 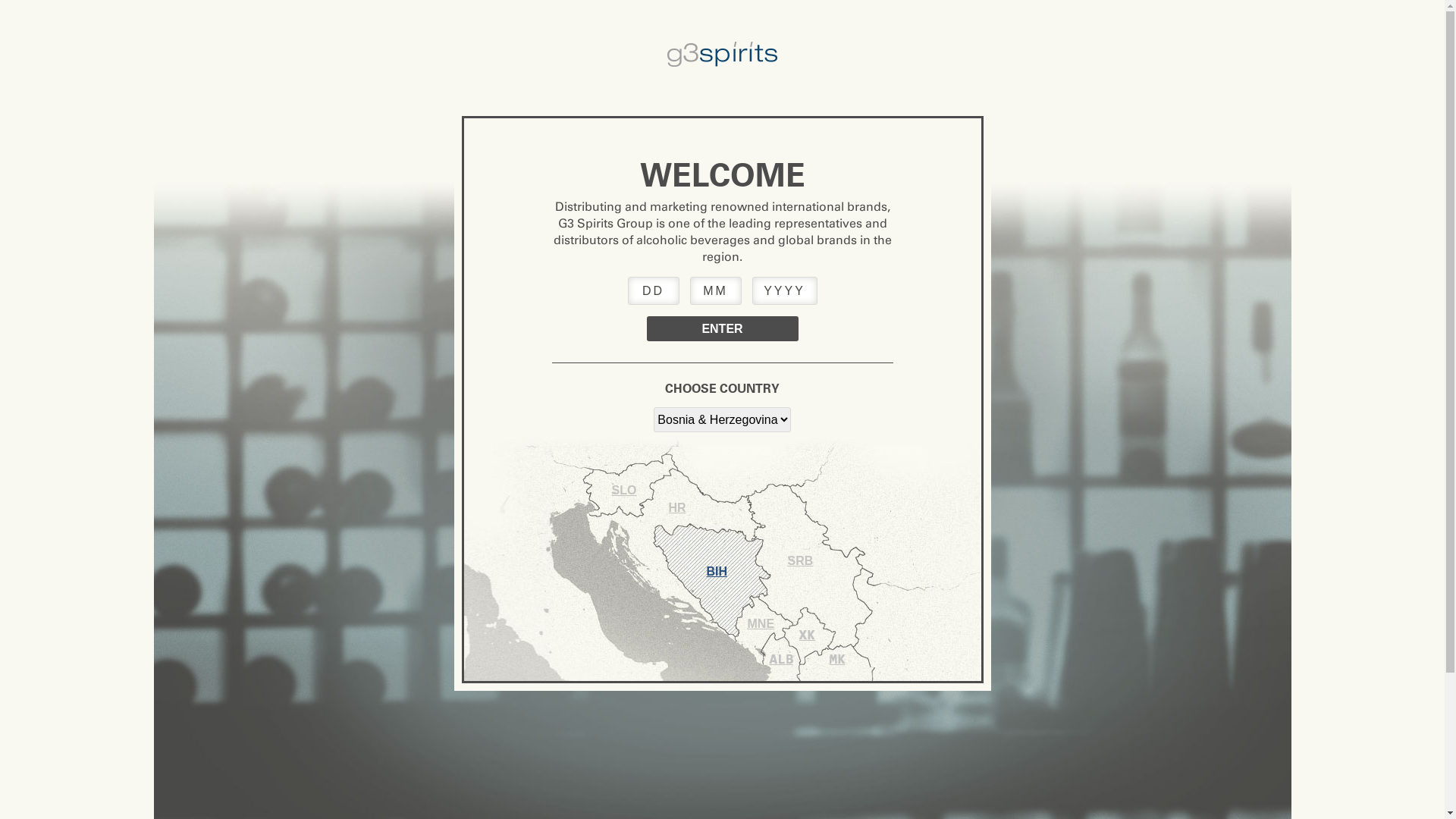 I want to click on 'Enter', so click(x=720, y=328).